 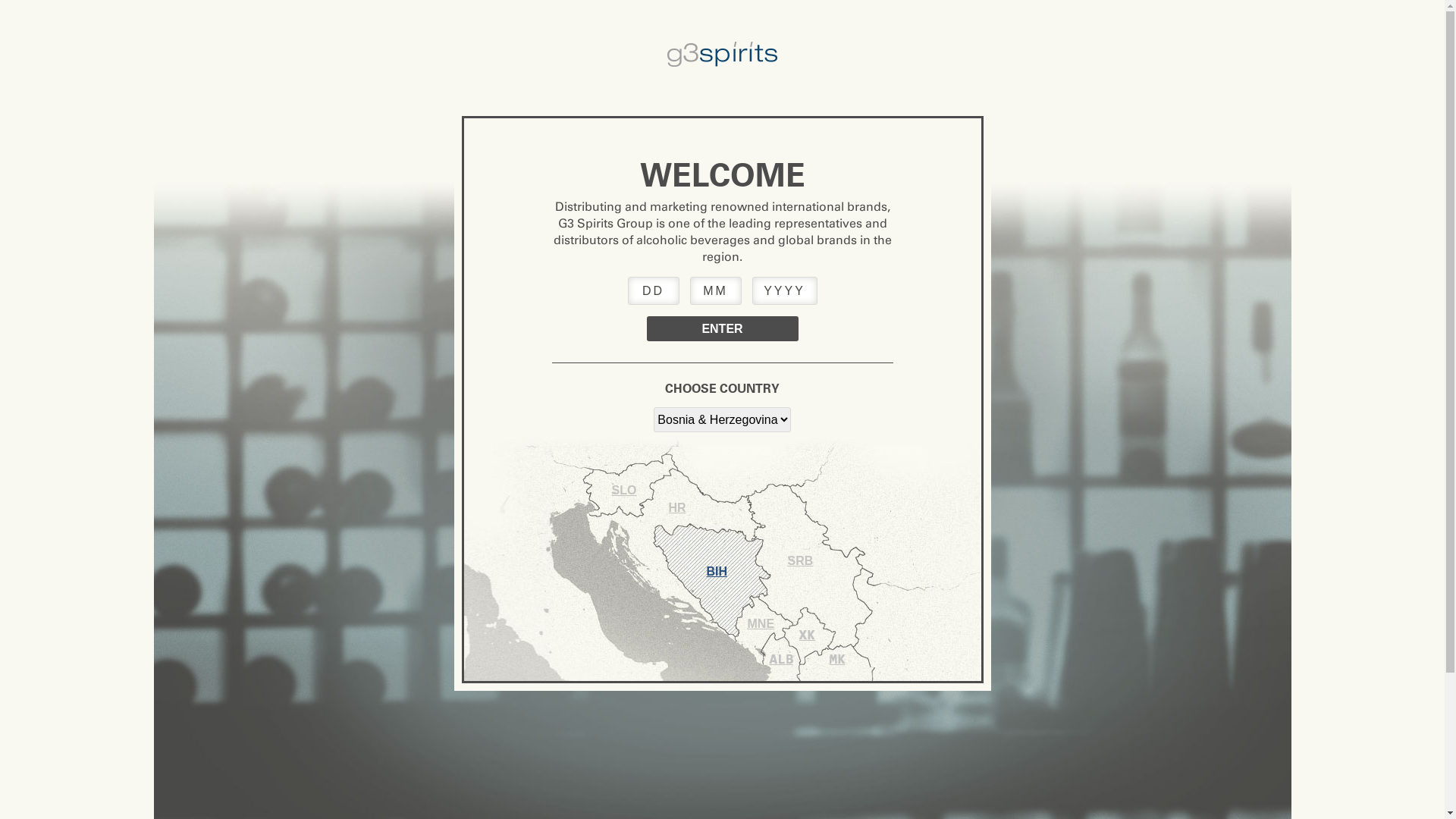 I want to click on 'Enter', so click(x=720, y=328).